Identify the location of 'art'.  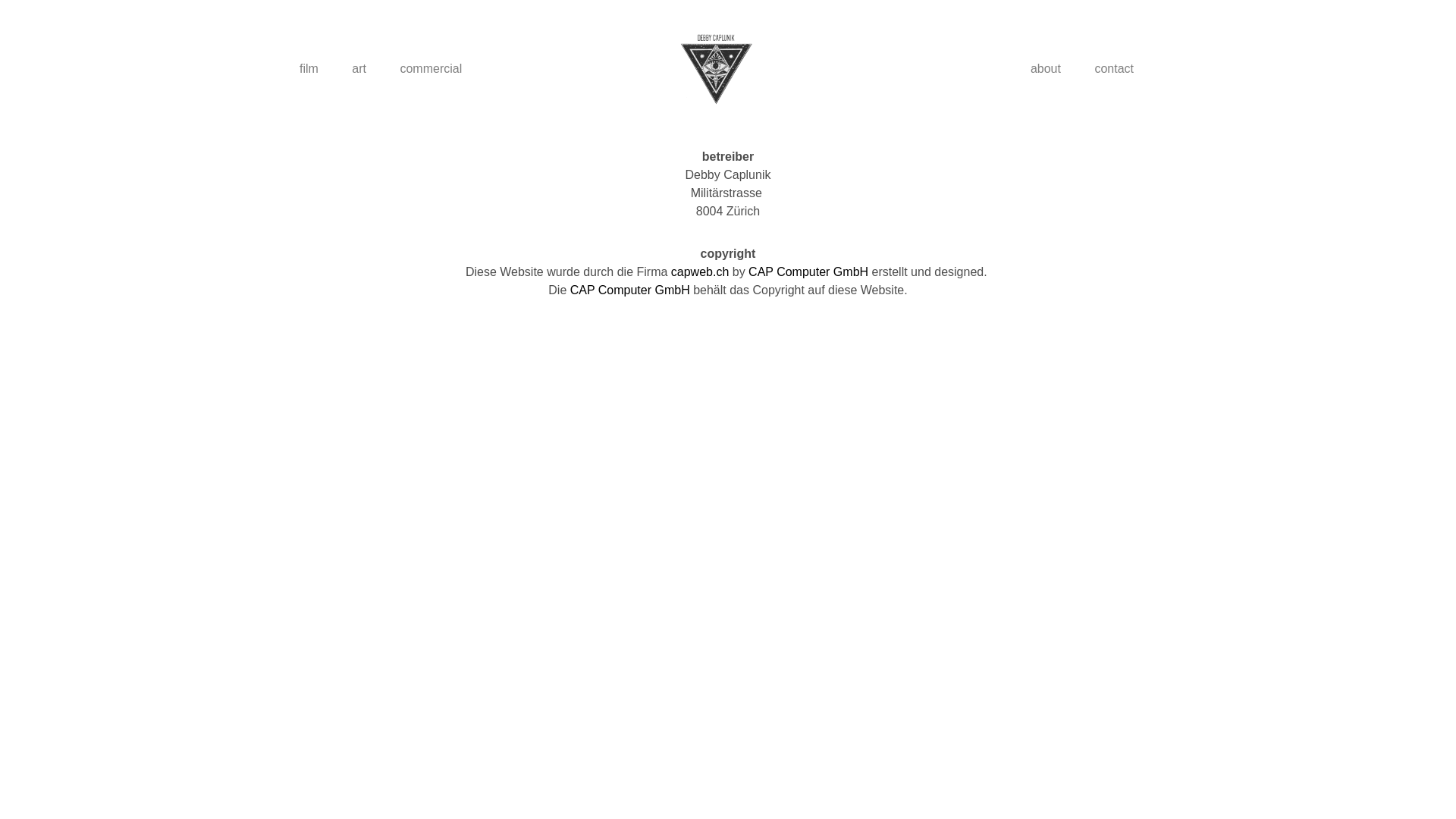
(358, 69).